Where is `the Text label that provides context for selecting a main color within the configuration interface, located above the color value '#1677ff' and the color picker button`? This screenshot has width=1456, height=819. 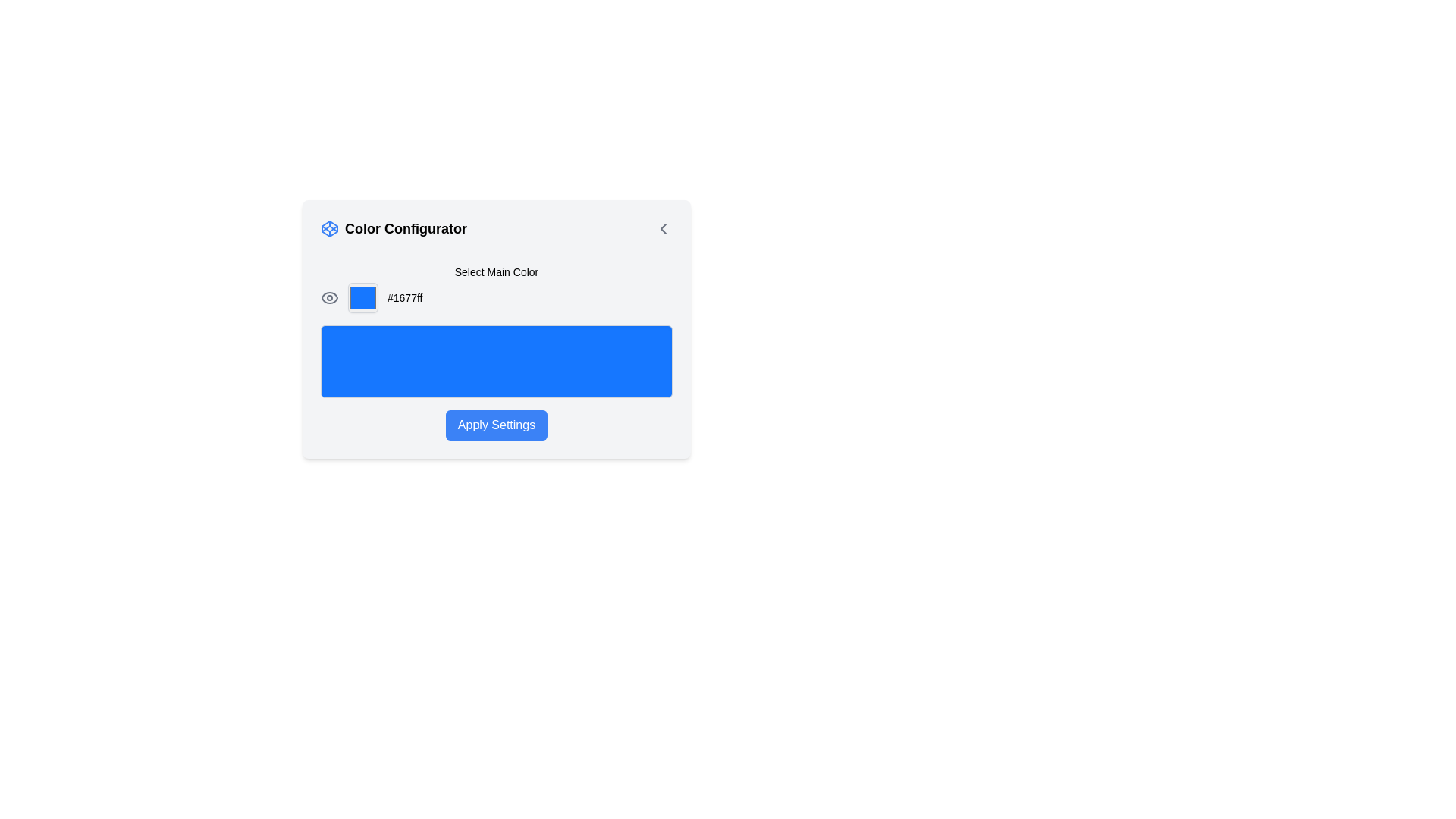 the Text label that provides context for selecting a main color within the configuration interface, located above the color value '#1677ff' and the color picker button is located at coordinates (496, 271).